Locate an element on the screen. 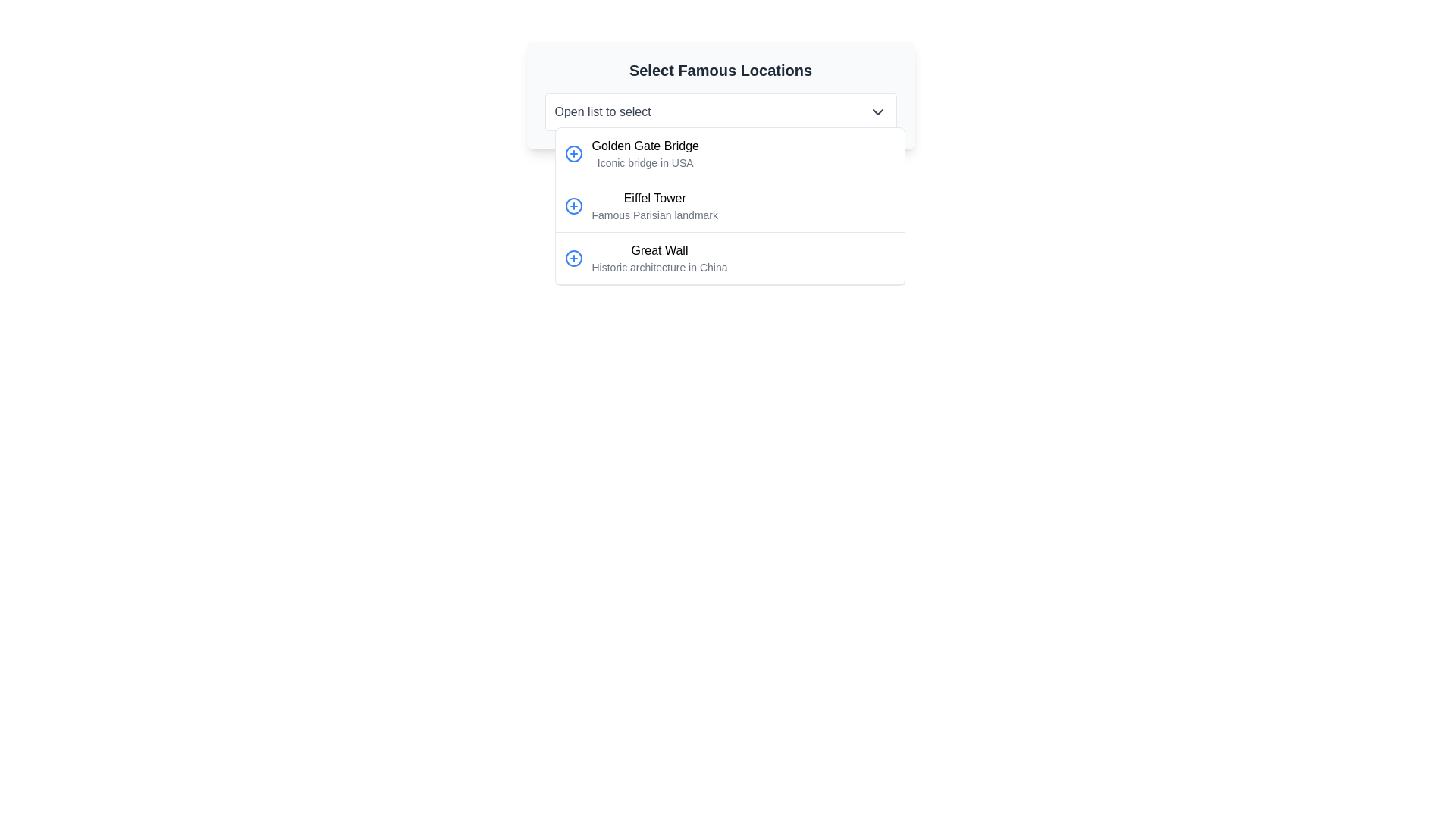  the icon button with a plus sign located to the left of the text 'Eiffel Tower' is located at coordinates (573, 206).